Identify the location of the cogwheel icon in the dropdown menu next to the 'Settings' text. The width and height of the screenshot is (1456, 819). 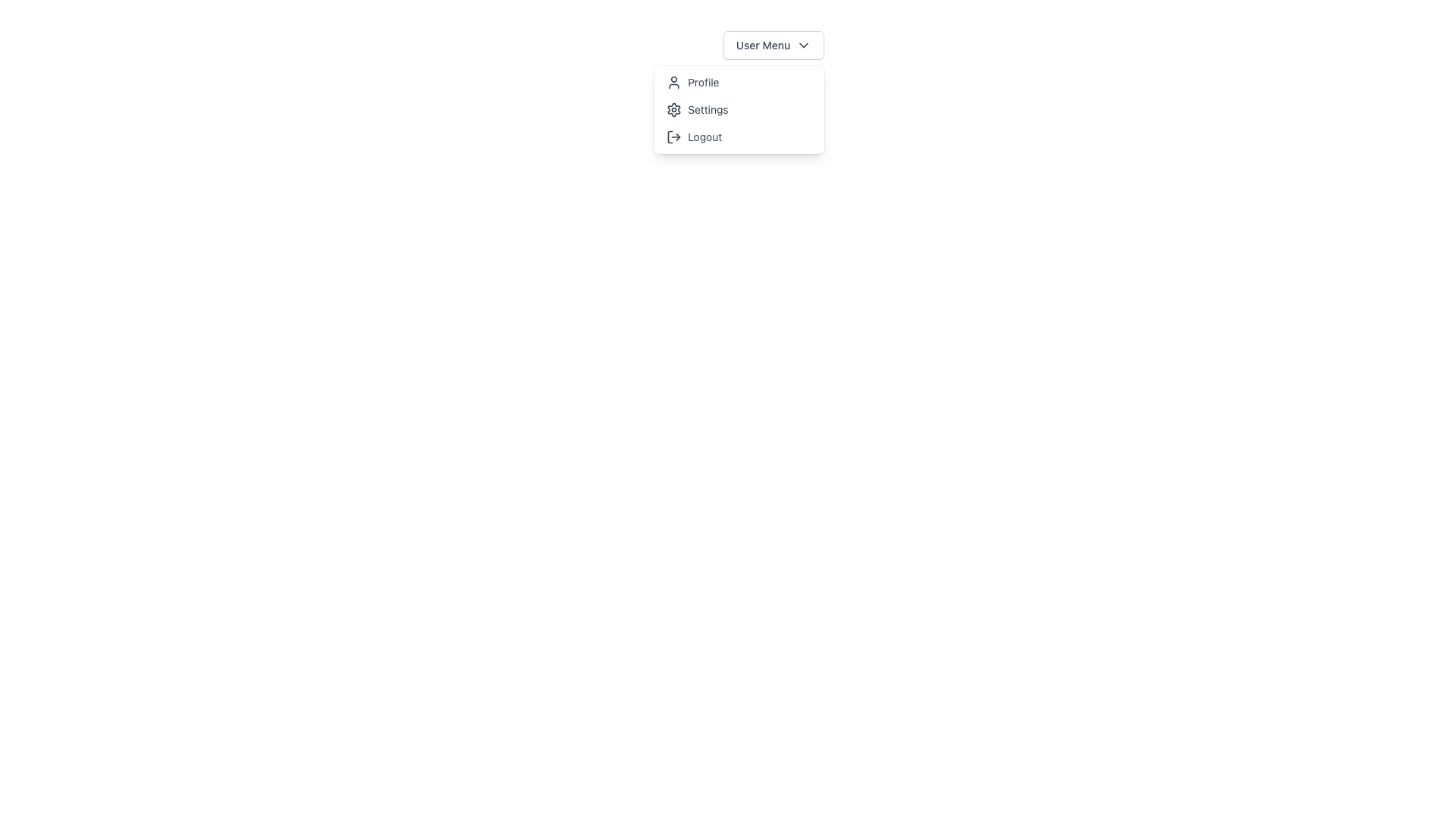
(673, 109).